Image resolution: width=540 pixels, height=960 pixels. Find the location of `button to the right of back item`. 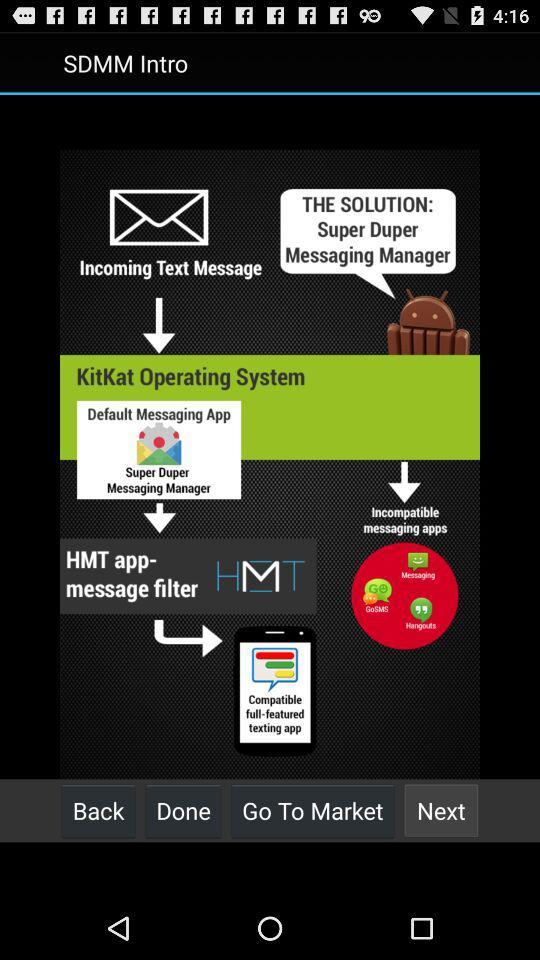

button to the right of back item is located at coordinates (183, 810).